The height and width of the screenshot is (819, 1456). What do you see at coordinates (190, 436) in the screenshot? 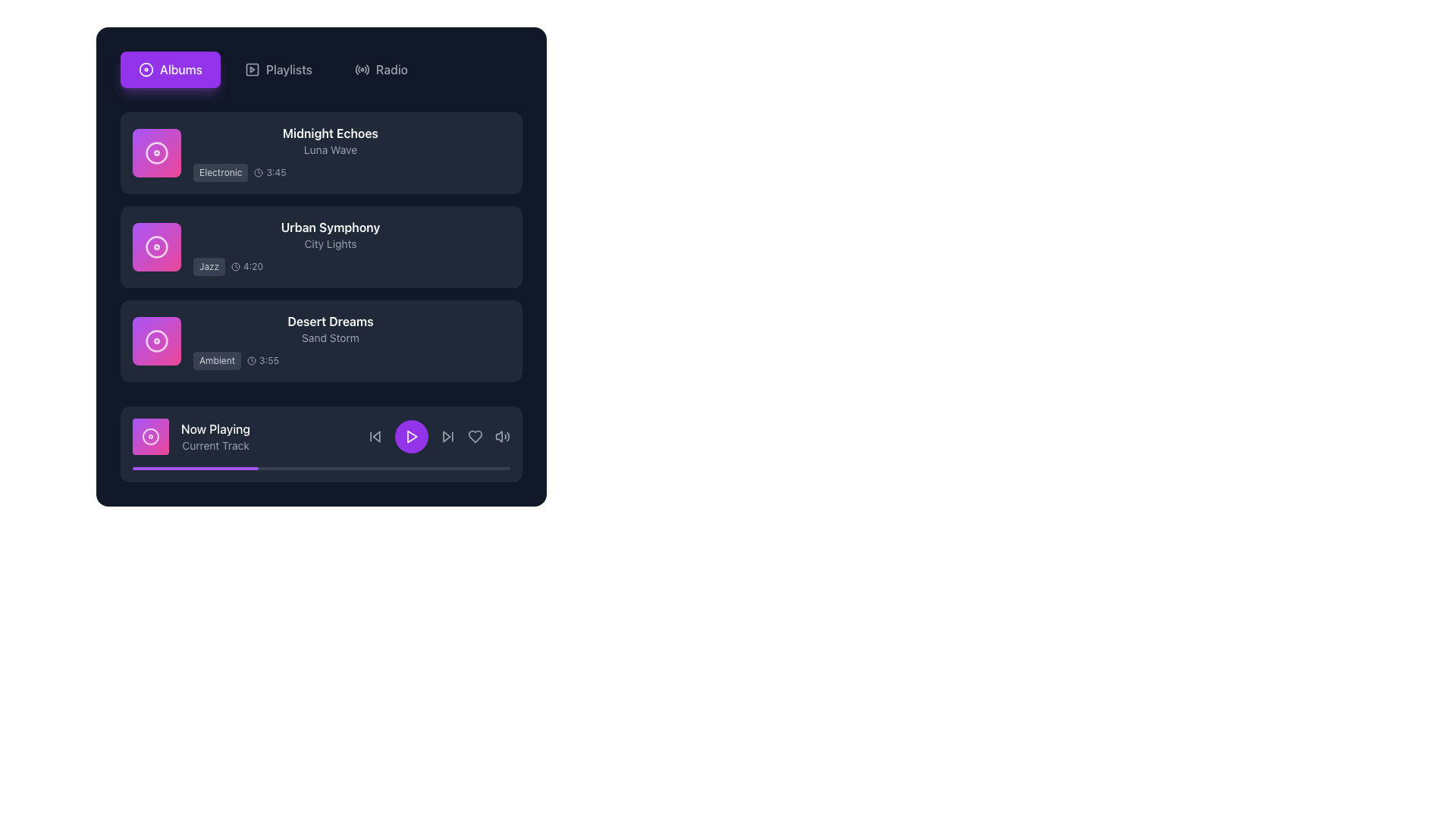
I see `the displayed information of the Media Indicator, which is the leftmost element in the footer section, featuring a distinctive gradient circular icon and text` at bounding box center [190, 436].